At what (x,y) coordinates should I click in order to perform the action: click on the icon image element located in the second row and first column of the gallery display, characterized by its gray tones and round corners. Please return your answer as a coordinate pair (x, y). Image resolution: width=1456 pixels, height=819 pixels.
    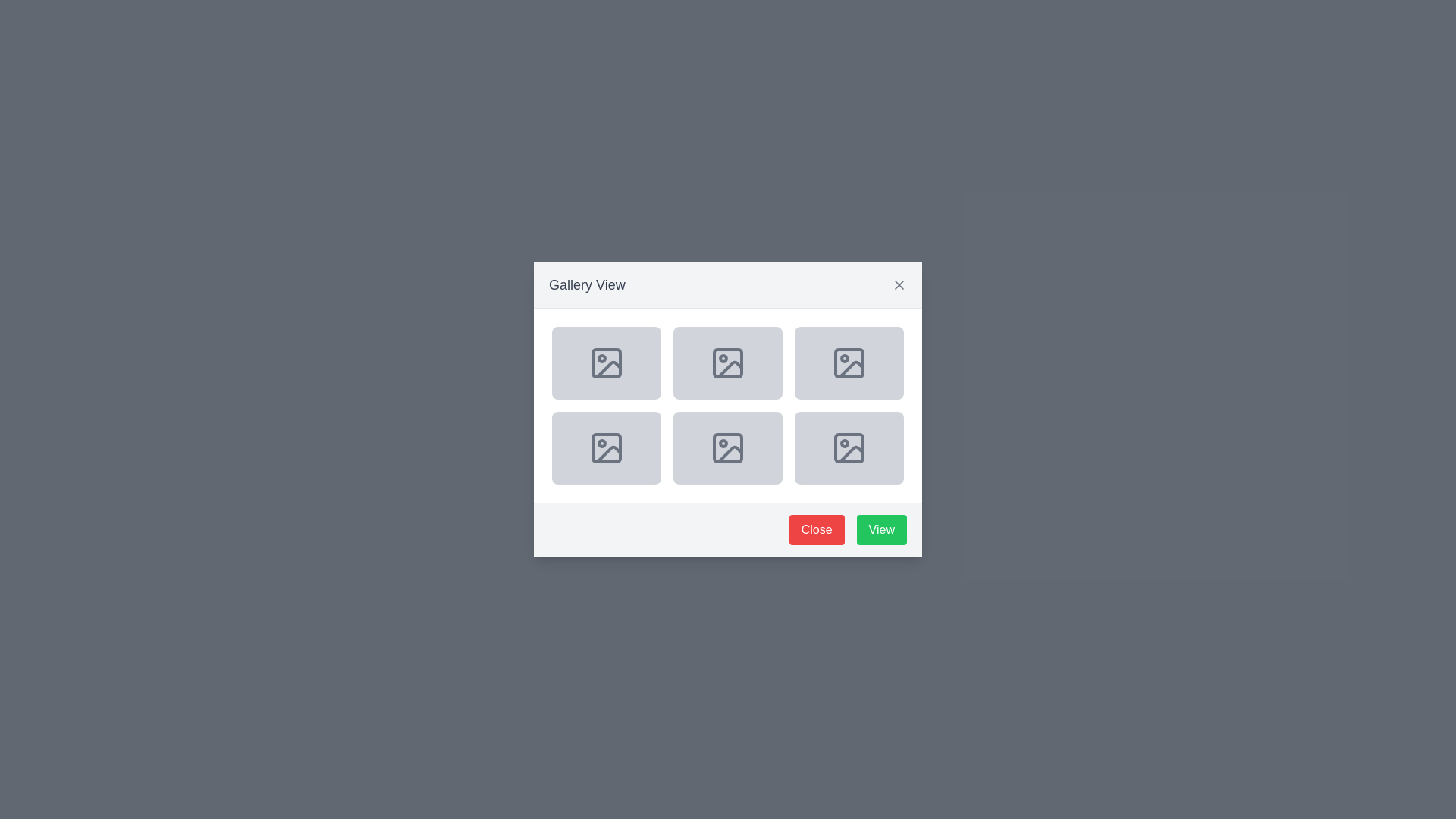
    Looking at the image, I should click on (607, 447).